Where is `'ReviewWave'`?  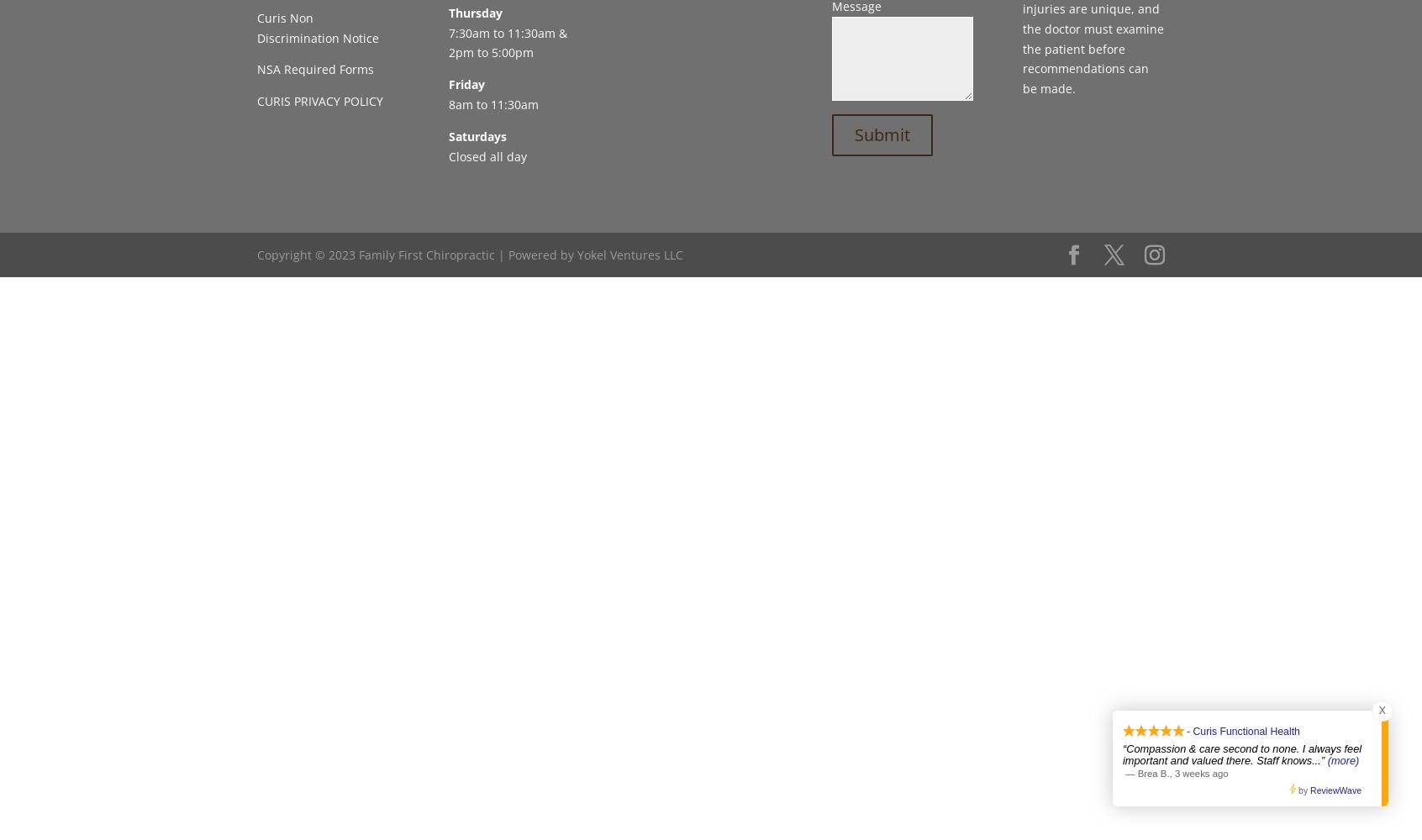 'ReviewWave' is located at coordinates (1335, 790).